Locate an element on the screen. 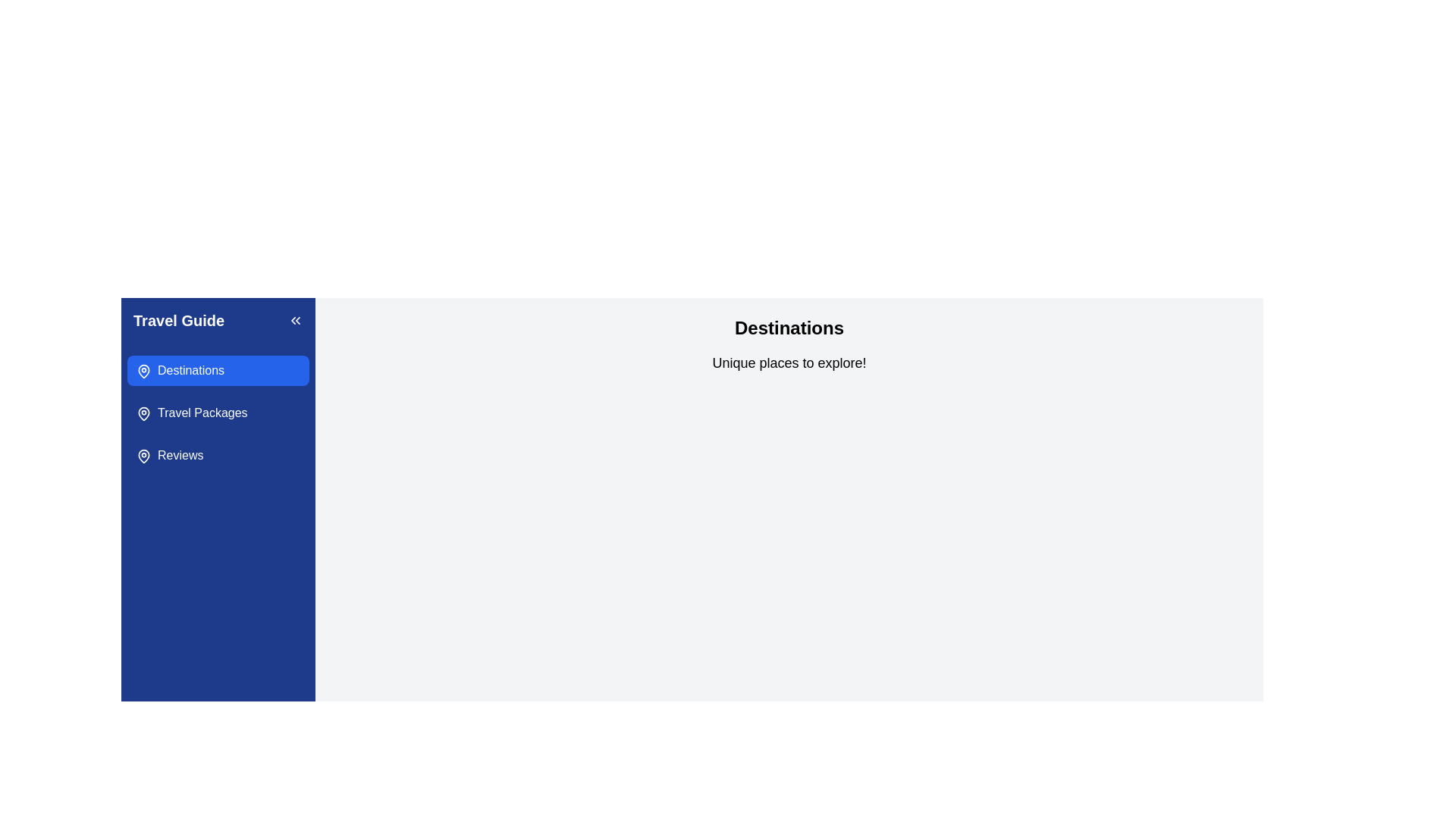 This screenshot has height=819, width=1456. the text element displaying 'Travel Guide' which is styled in large, bold white font on a blue background, located at the top-left corner of the sidebar is located at coordinates (178, 320).